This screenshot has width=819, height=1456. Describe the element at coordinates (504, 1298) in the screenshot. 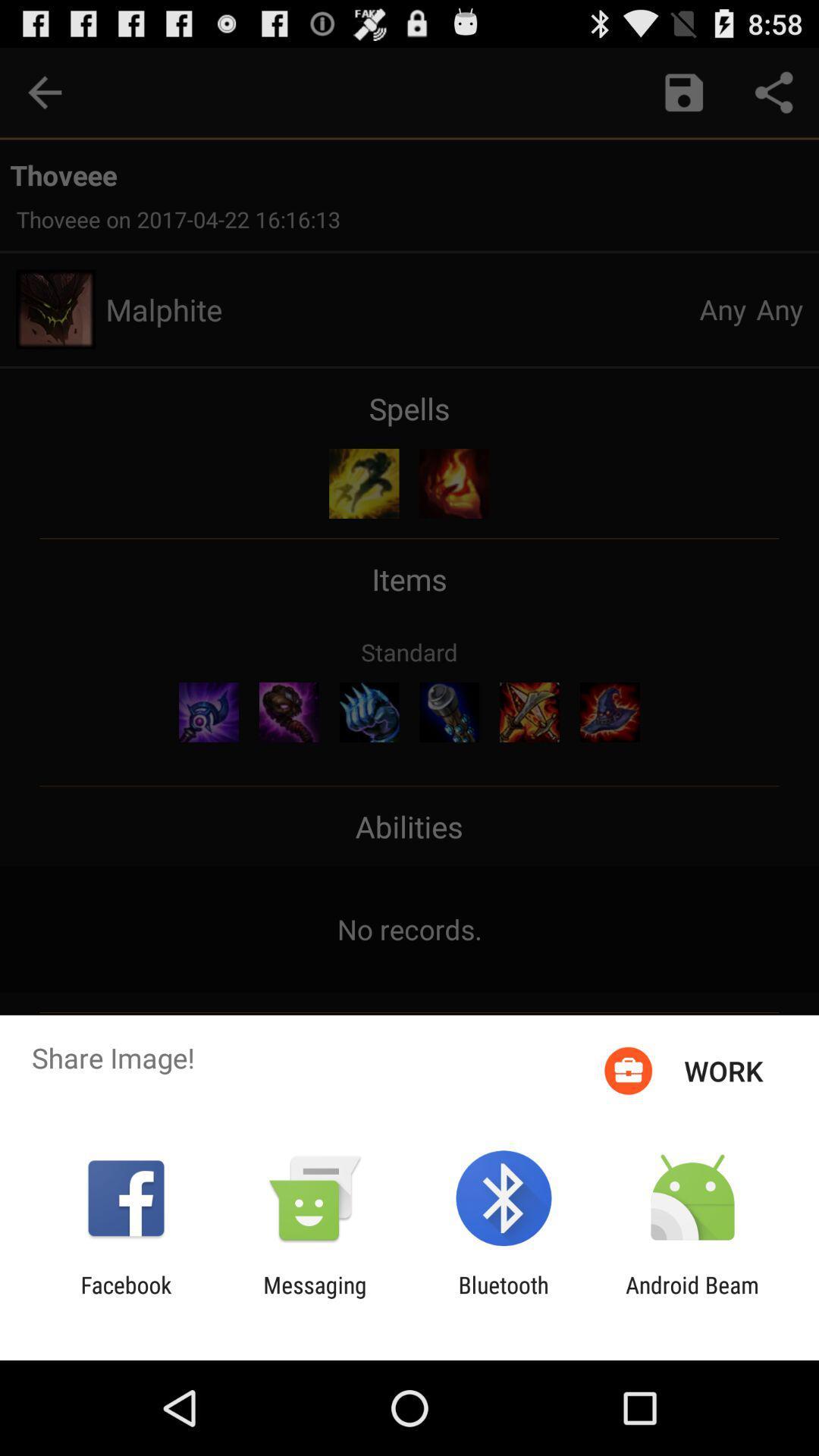

I see `icon next to android beam app` at that location.